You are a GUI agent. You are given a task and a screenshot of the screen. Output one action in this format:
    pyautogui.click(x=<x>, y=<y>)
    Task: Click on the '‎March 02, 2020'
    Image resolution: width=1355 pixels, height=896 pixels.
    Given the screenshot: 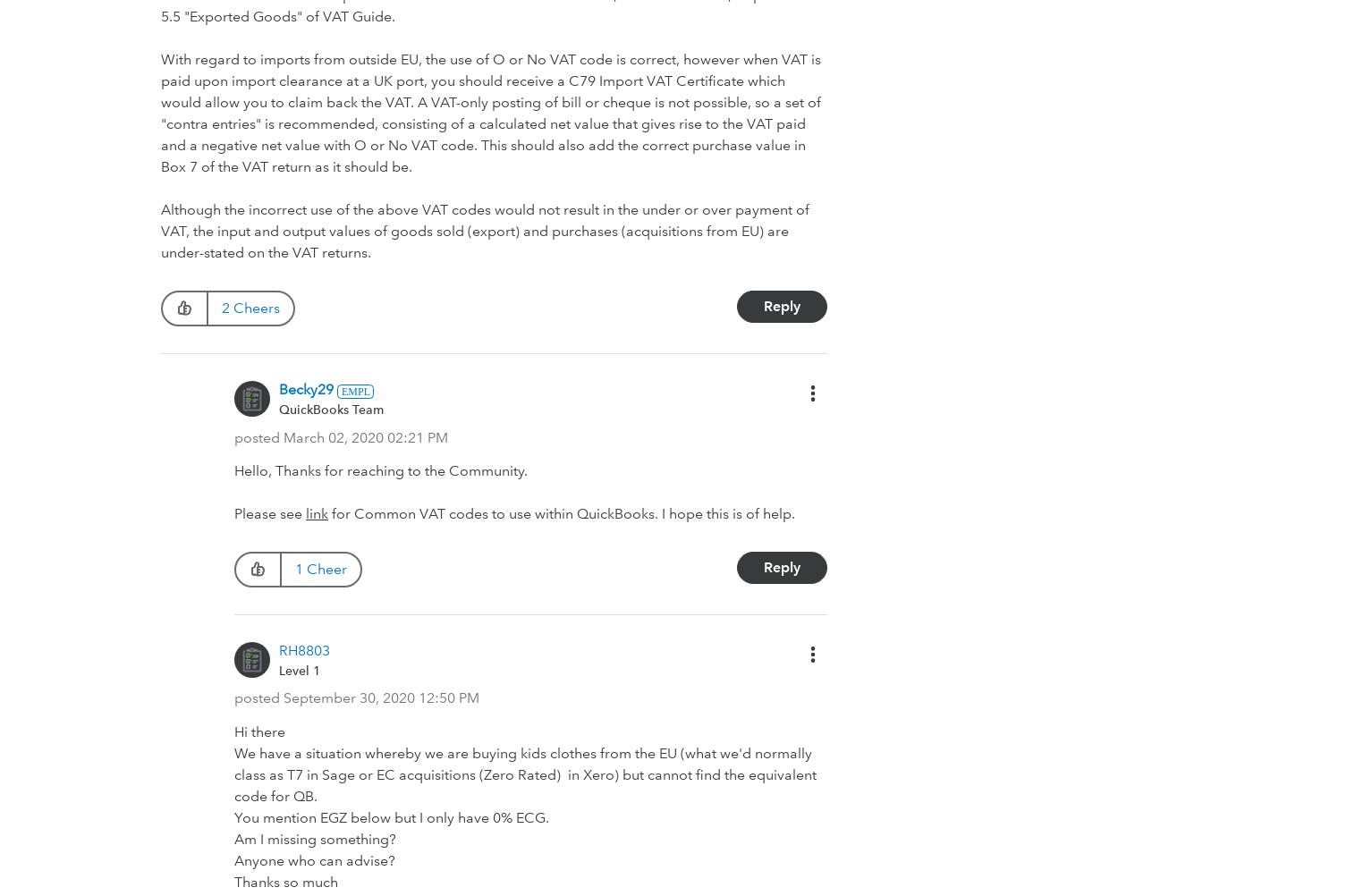 What is the action you would take?
    pyautogui.click(x=333, y=435)
    